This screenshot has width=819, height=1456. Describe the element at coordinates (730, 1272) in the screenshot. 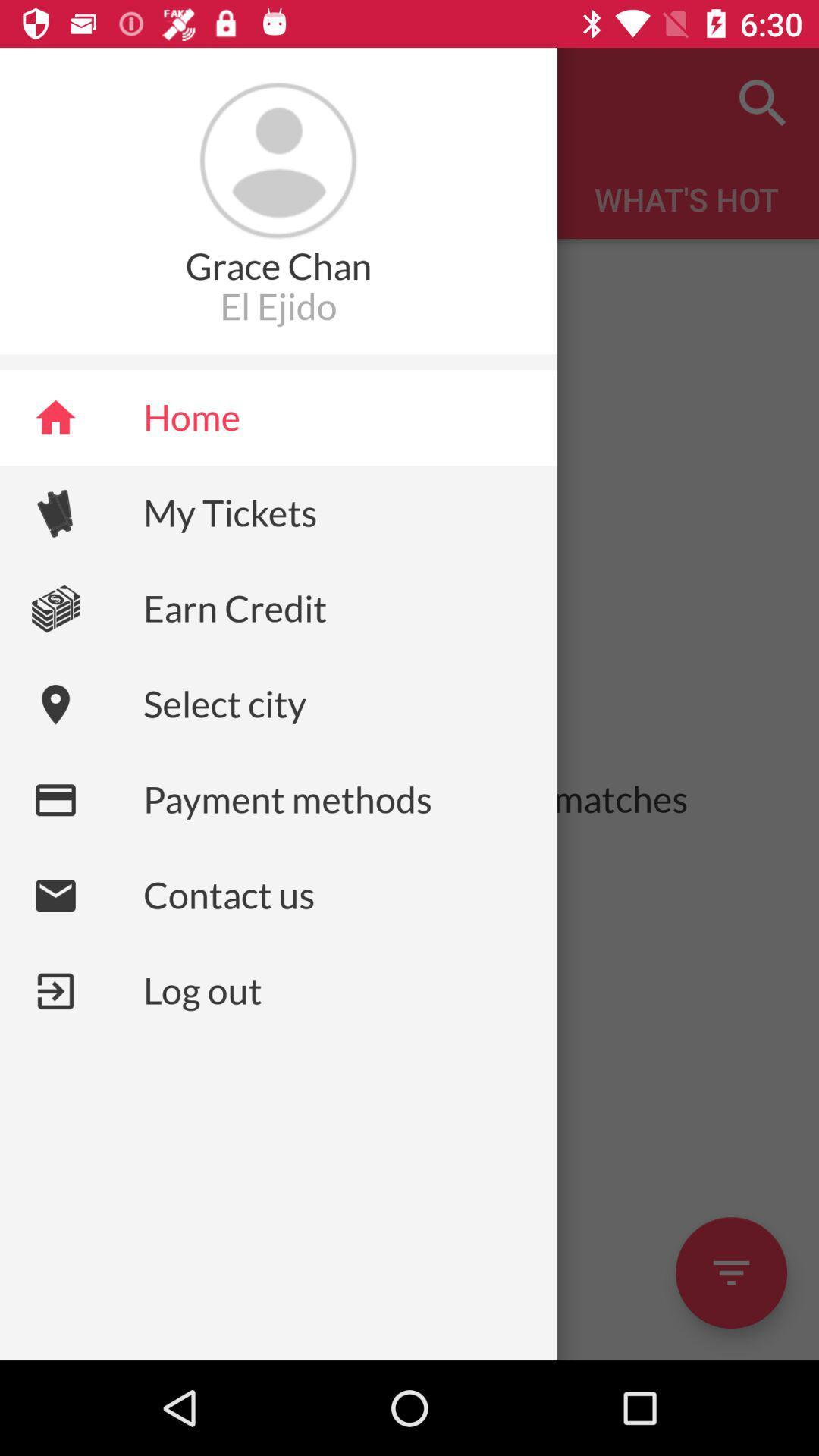

I see `the filter icon` at that location.